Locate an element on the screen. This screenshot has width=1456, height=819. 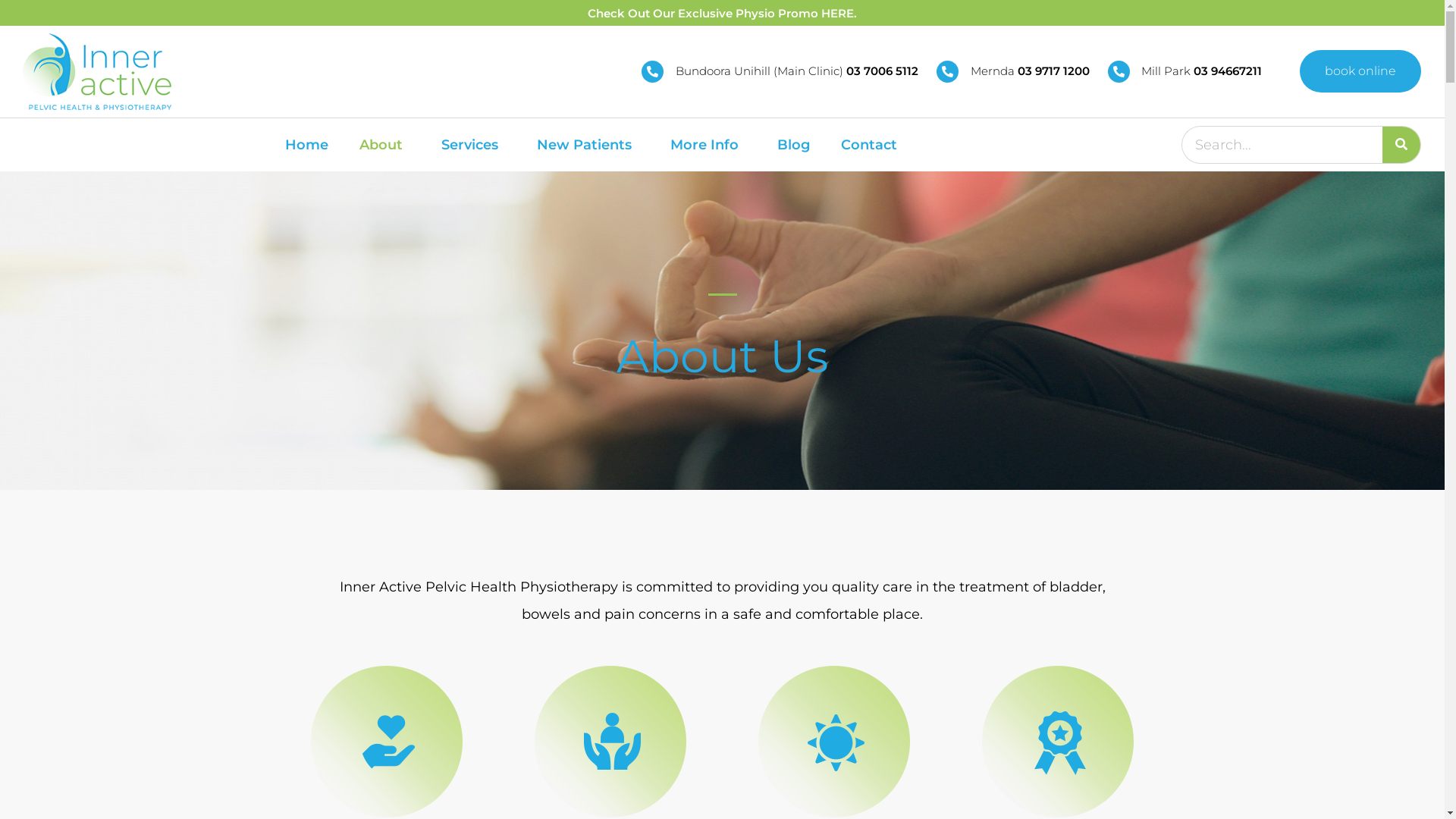
'book online' is located at coordinates (1298, 71).